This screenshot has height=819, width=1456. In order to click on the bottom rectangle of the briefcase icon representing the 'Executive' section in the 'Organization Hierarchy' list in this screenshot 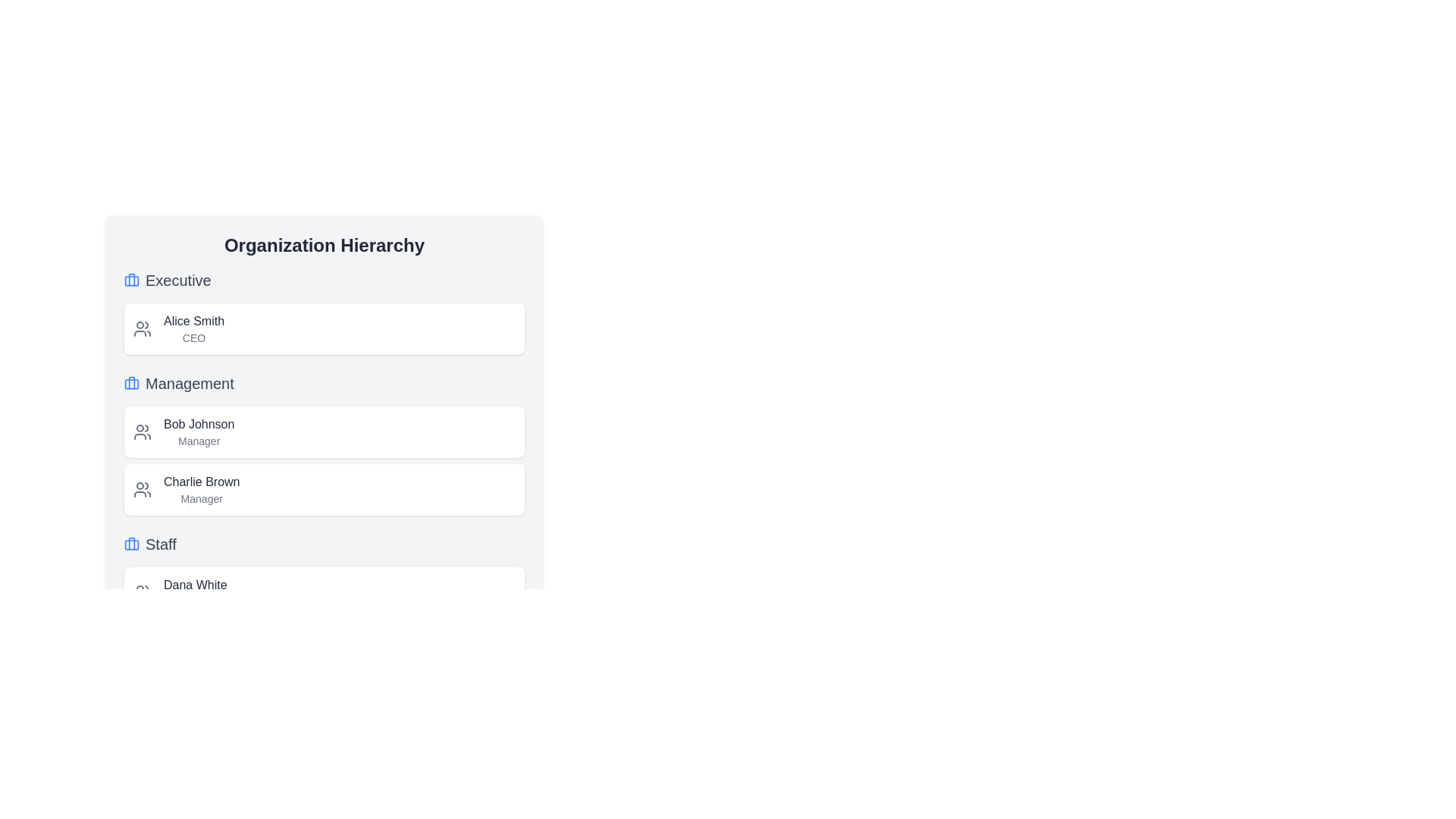, I will do `click(131, 382)`.